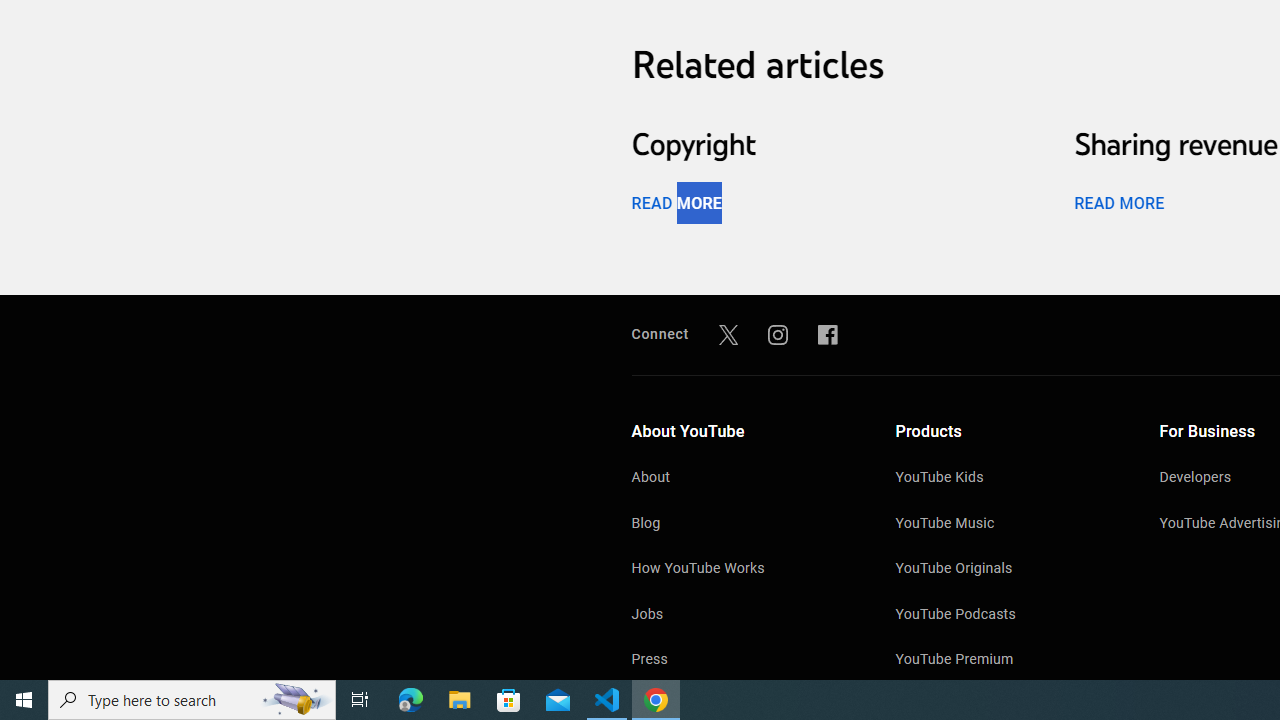 The width and height of the screenshot is (1280, 720). I want to click on 'YouTube Kids', so click(1007, 479).